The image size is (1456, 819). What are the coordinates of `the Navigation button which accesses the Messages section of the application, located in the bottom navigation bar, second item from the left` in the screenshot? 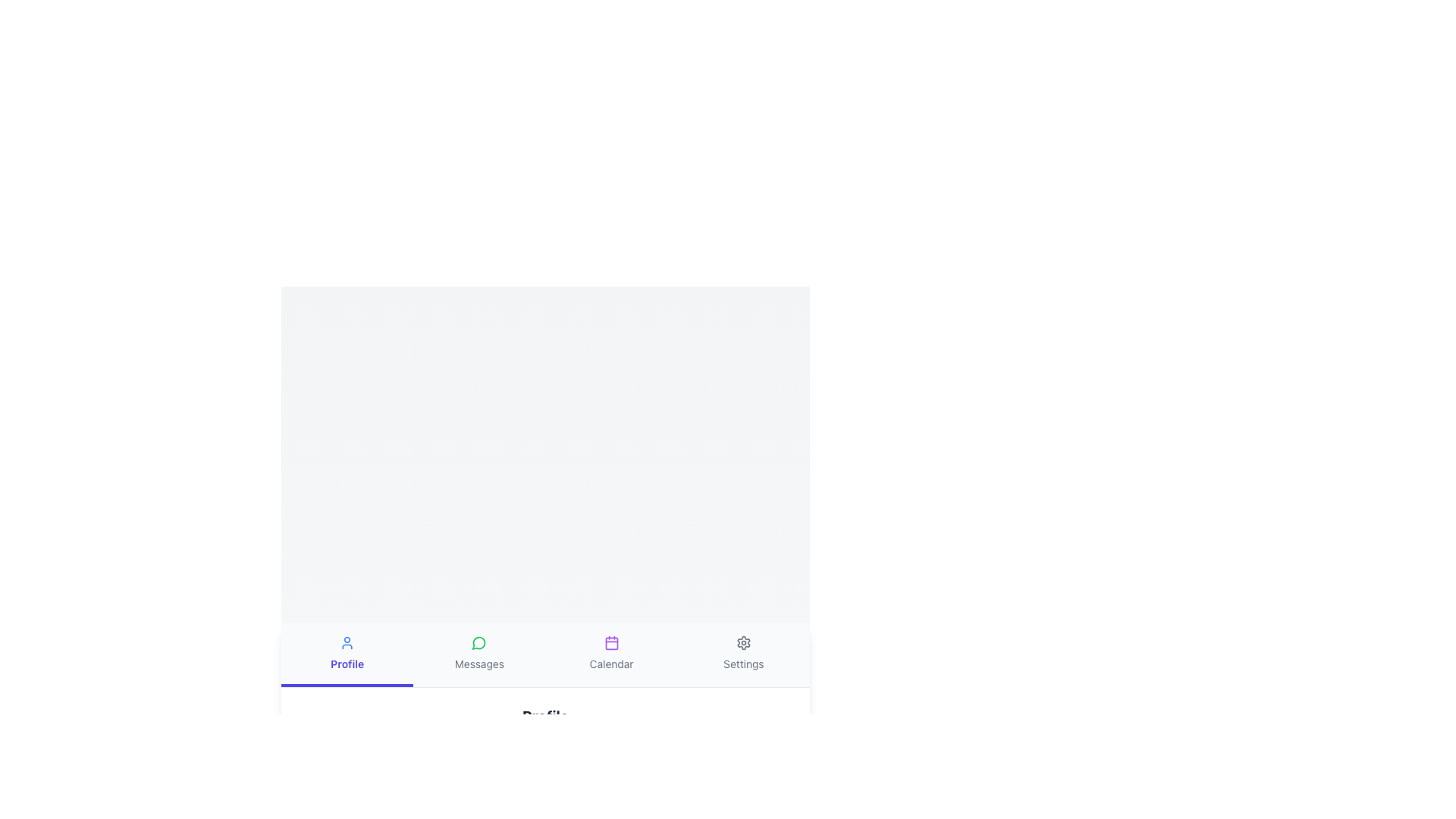 It's located at (479, 654).